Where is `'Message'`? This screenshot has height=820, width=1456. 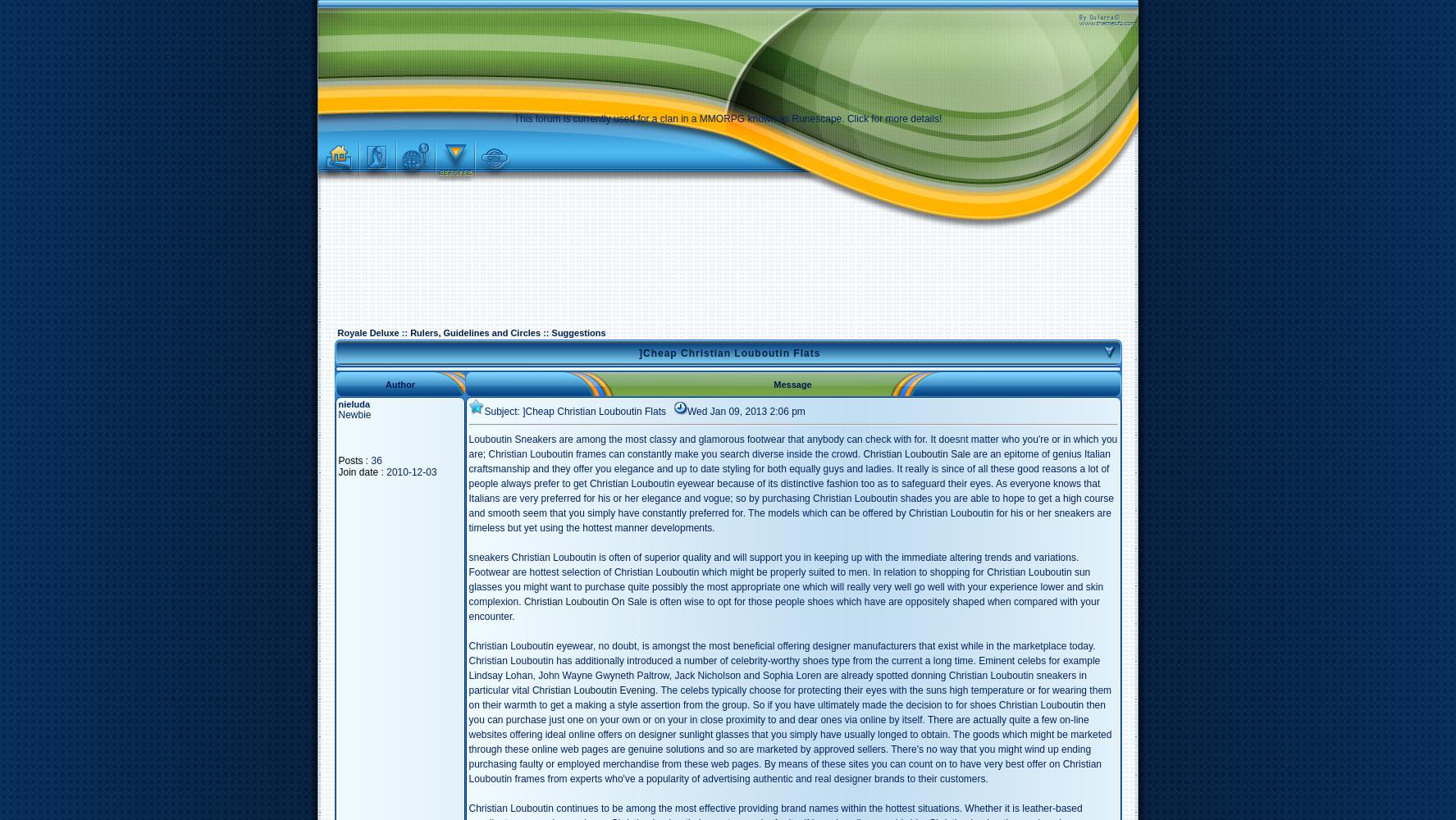
'Message' is located at coordinates (792, 383).